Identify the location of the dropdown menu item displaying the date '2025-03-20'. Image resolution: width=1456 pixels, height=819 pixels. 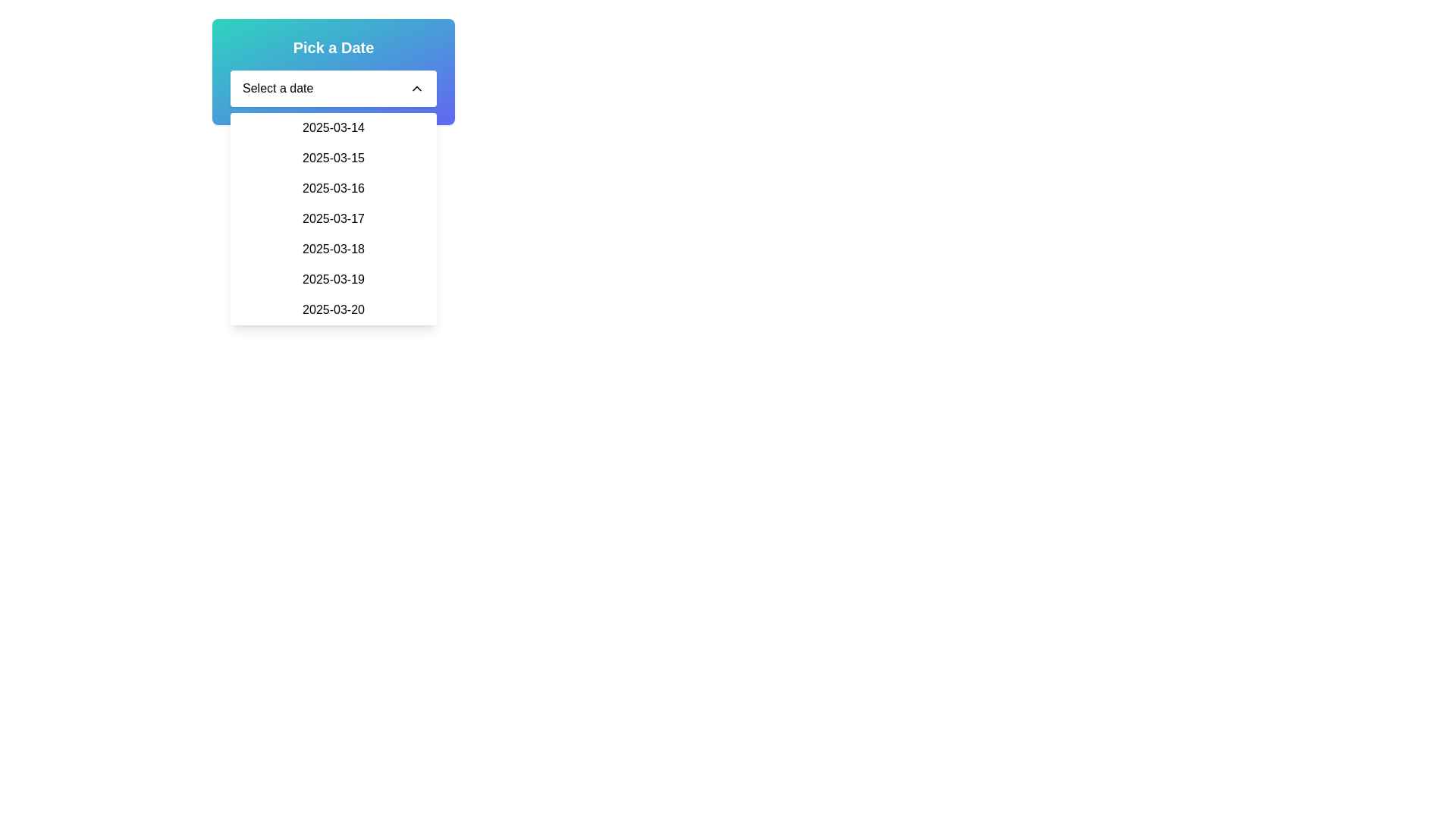
(333, 309).